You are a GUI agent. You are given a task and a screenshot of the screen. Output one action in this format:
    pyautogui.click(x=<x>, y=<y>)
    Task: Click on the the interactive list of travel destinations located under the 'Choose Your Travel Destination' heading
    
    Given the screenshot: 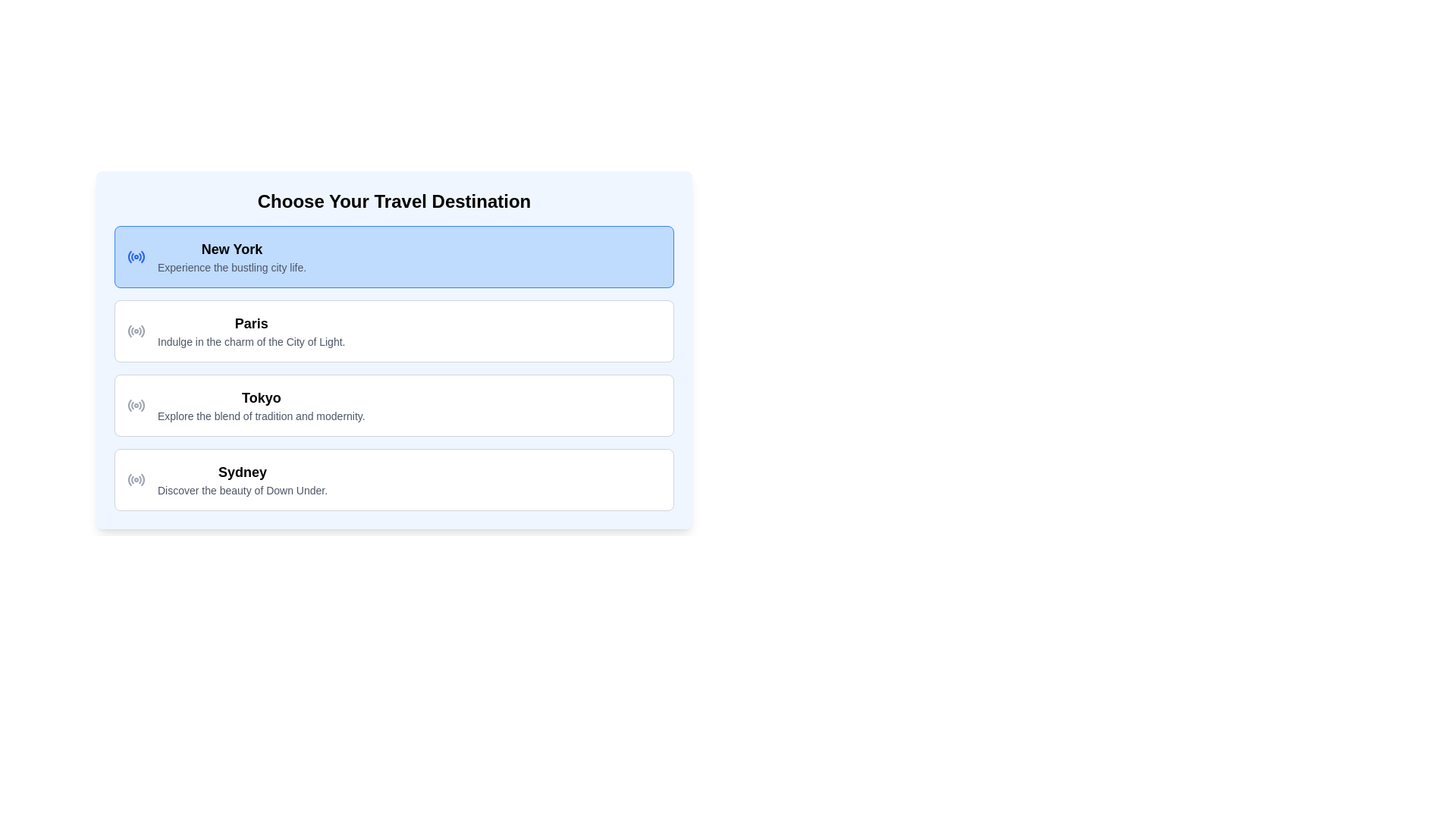 What is the action you would take?
    pyautogui.click(x=394, y=369)
    